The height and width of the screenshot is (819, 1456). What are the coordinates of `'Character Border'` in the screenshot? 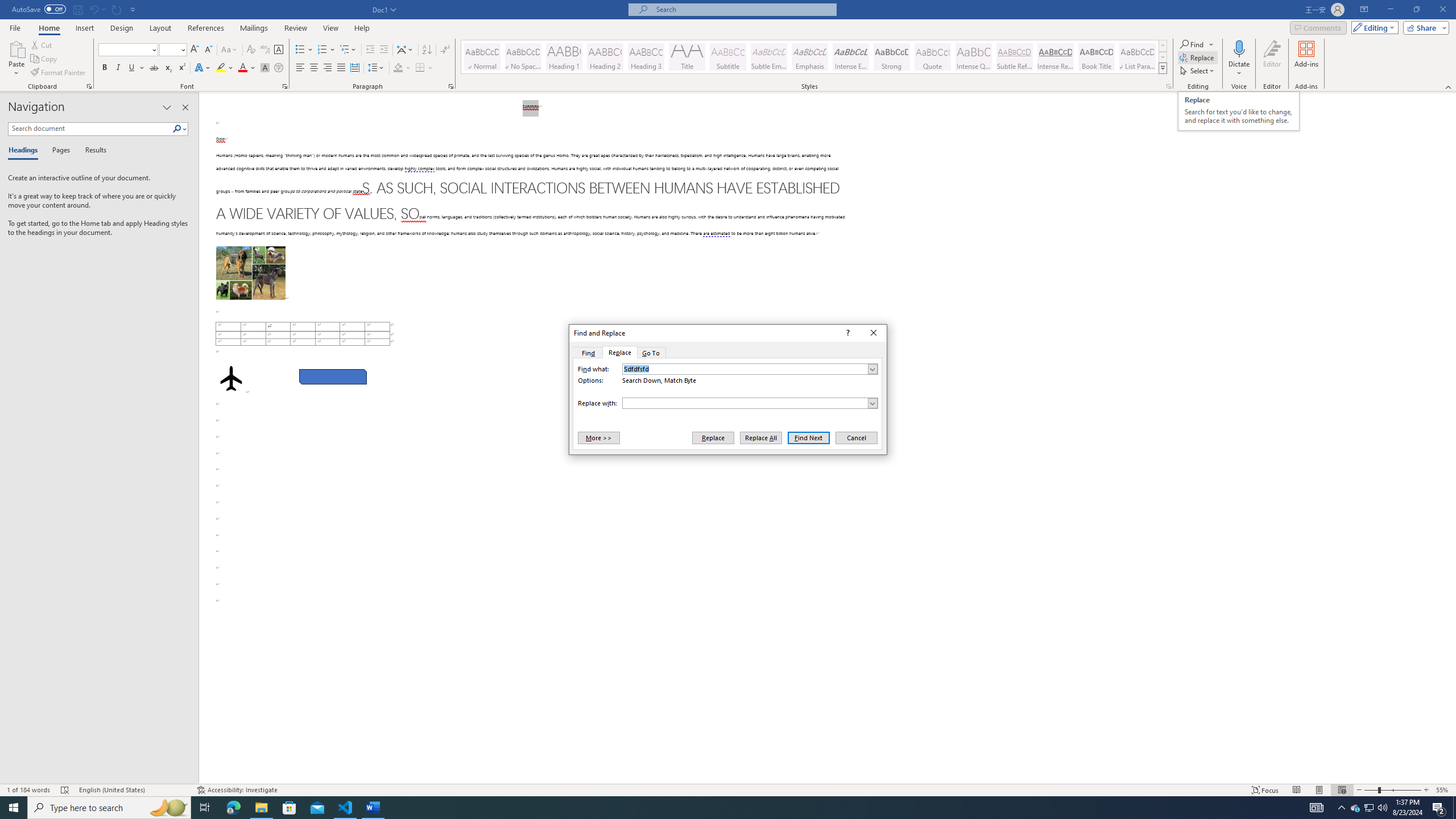 It's located at (278, 49).